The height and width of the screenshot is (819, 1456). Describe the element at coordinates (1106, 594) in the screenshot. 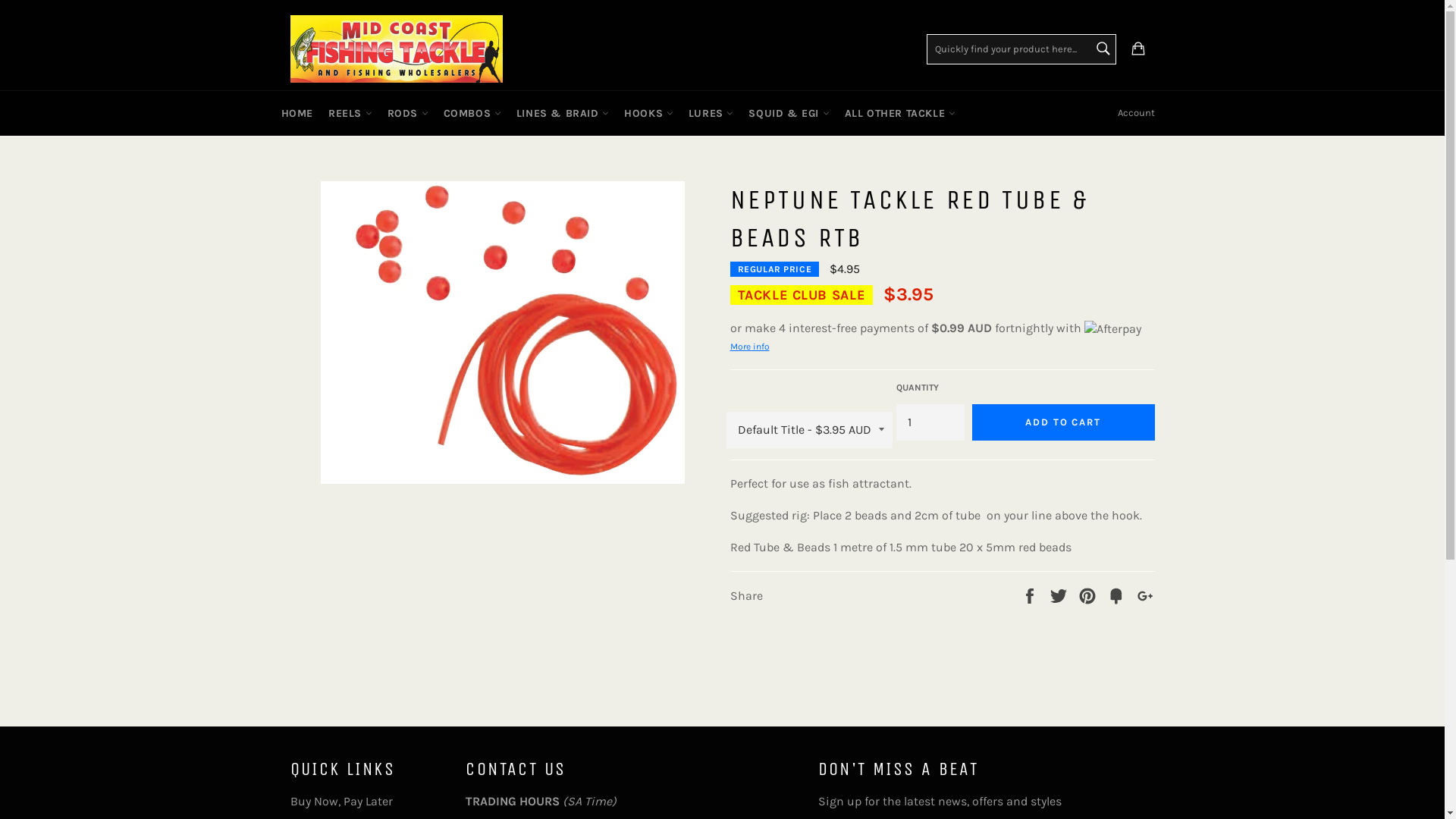

I see `'Fancy'` at that location.